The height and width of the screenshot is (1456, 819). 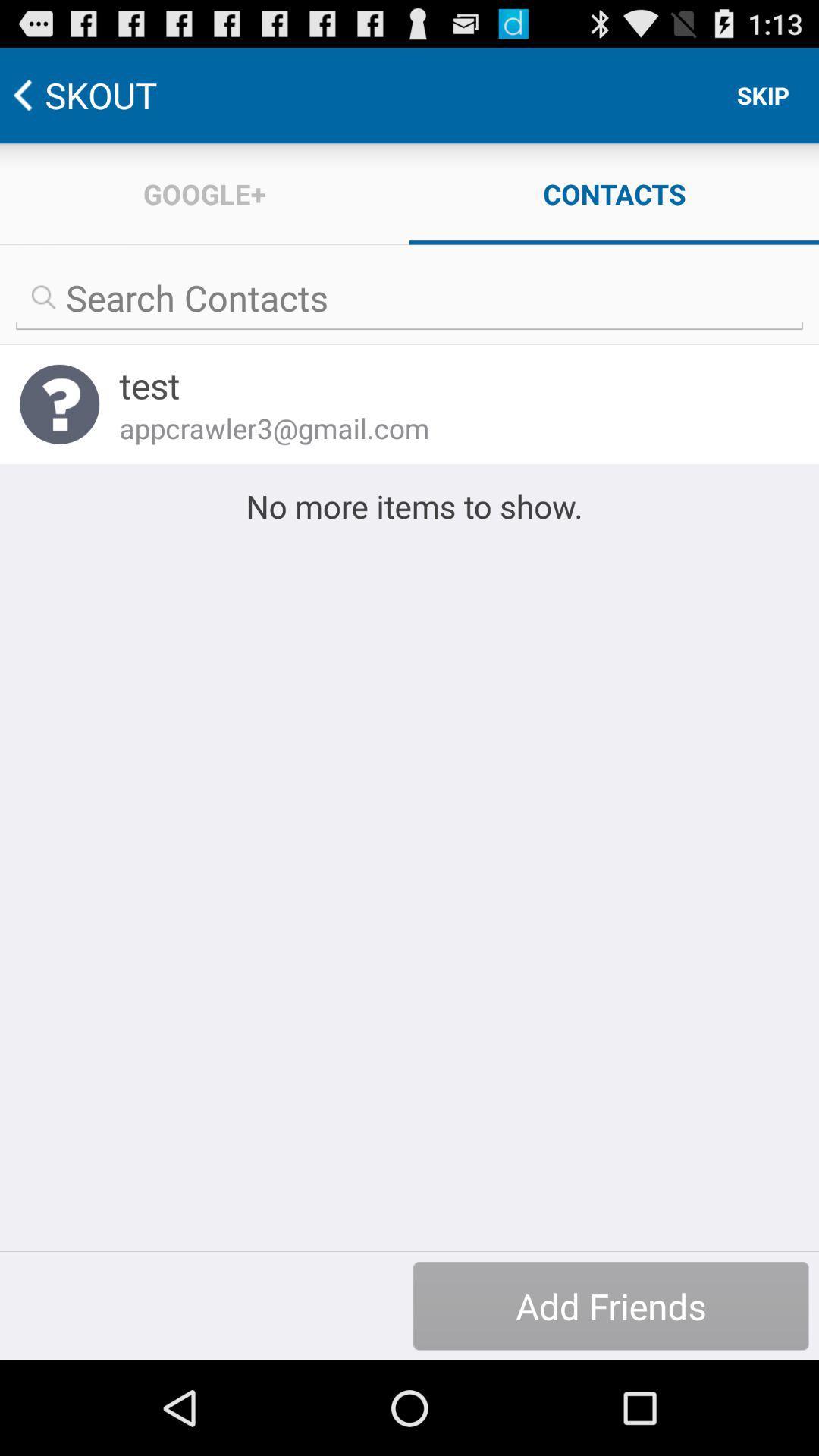 What do you see at coordinates (448, 385) in the screenshot?
I see `test` at bounding box center [448, 385].